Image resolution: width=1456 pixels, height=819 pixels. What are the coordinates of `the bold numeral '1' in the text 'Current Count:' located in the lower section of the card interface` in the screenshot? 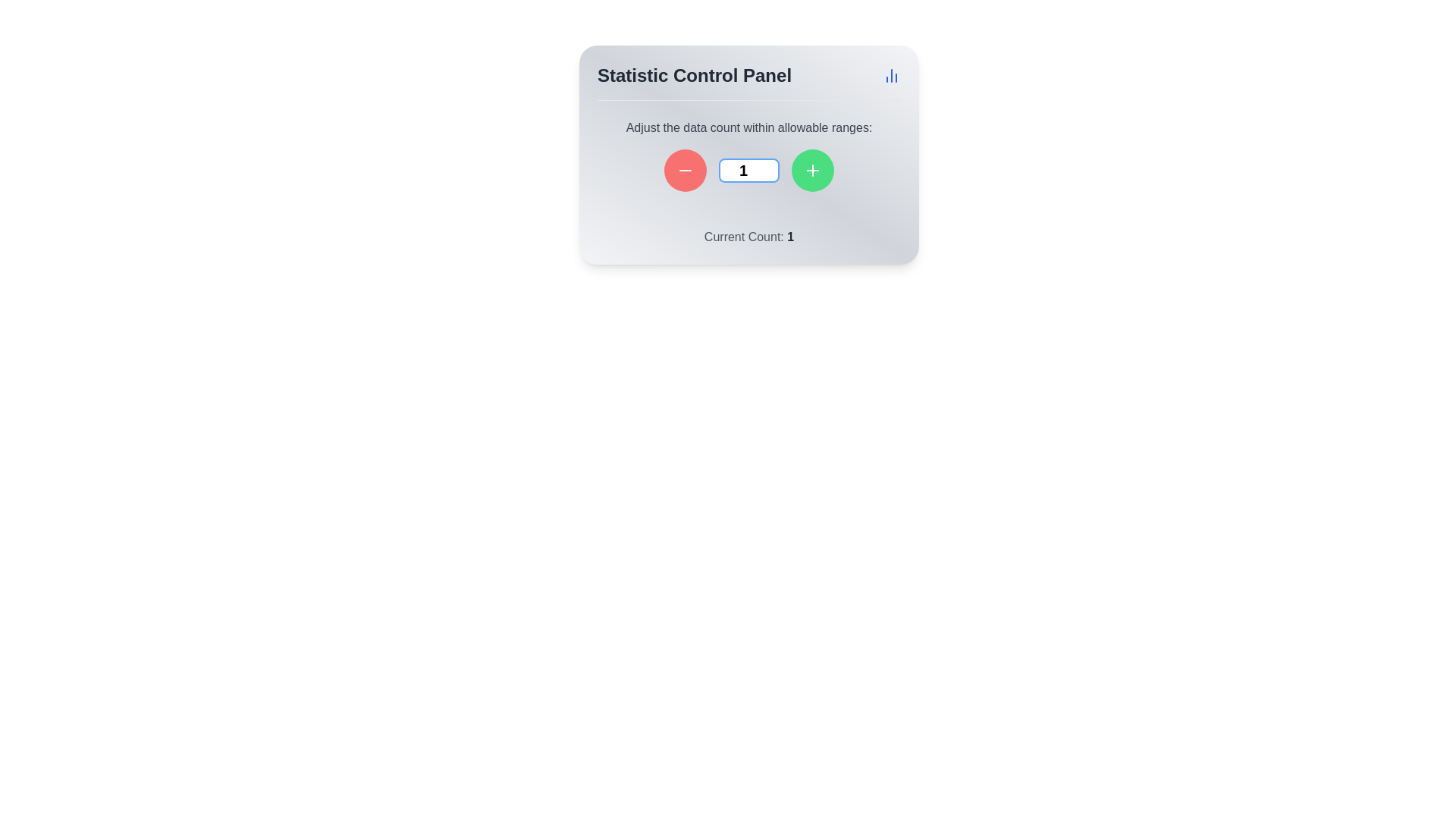 It's located at (789, 237).